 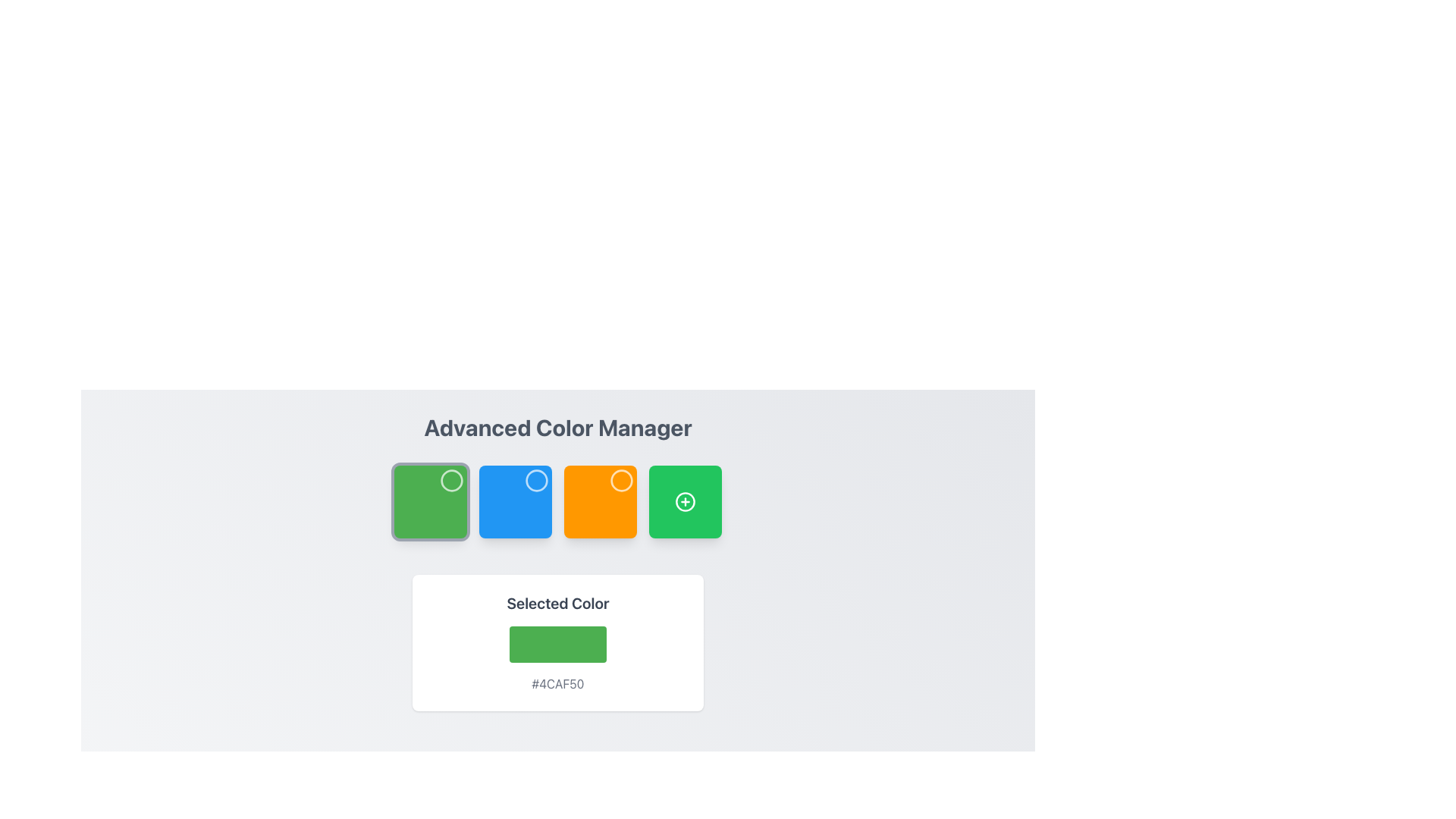 I want to click on the fourth button in the grid layout, which is positioned at the right edge, so click(x=684, y=502).